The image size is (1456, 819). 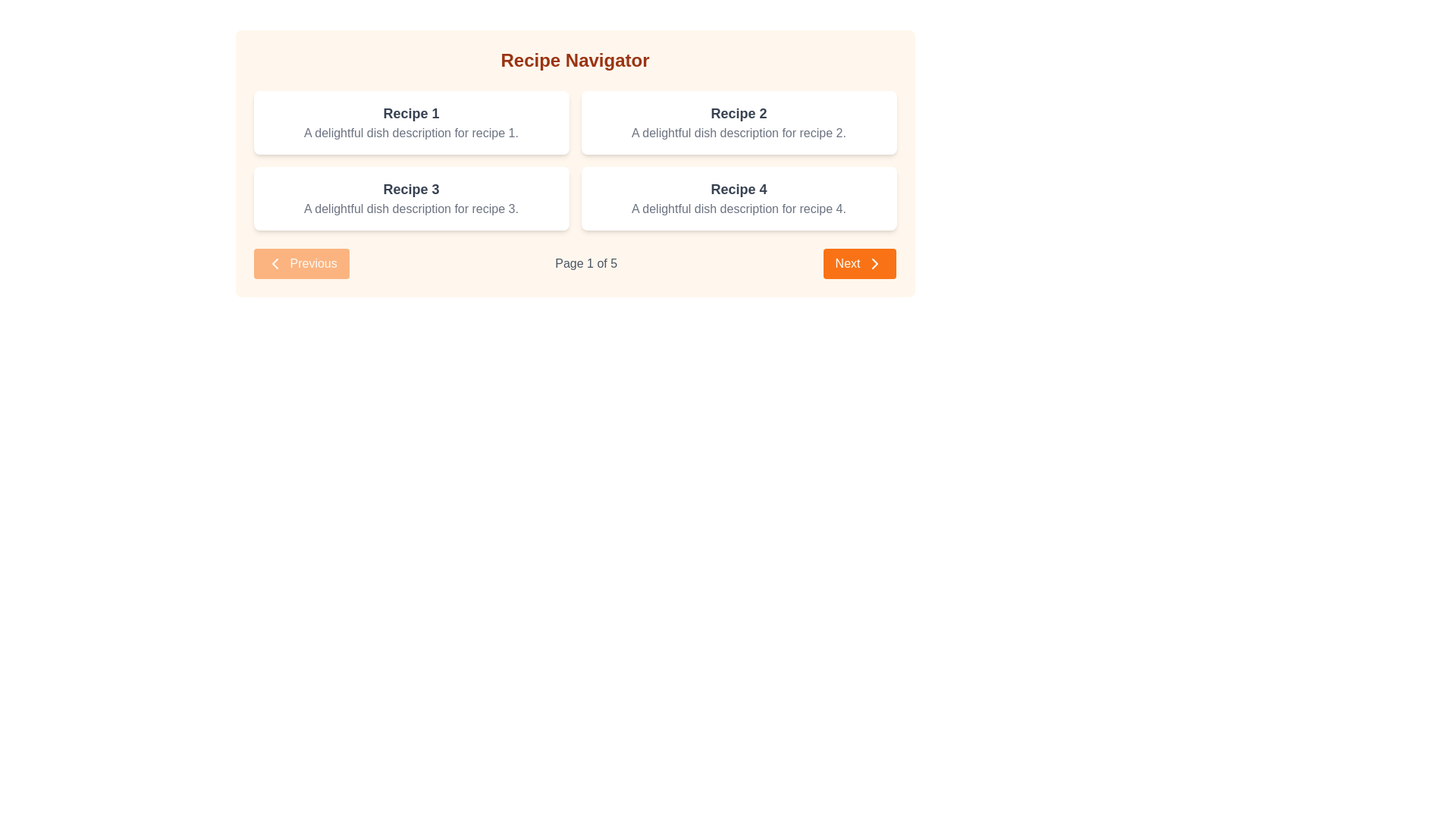 What do you see at coordinates (275, 262) in the screenshot?
I see `the left-facing chevron icon of the 'Previous' button` at bounding box center [275, 262].